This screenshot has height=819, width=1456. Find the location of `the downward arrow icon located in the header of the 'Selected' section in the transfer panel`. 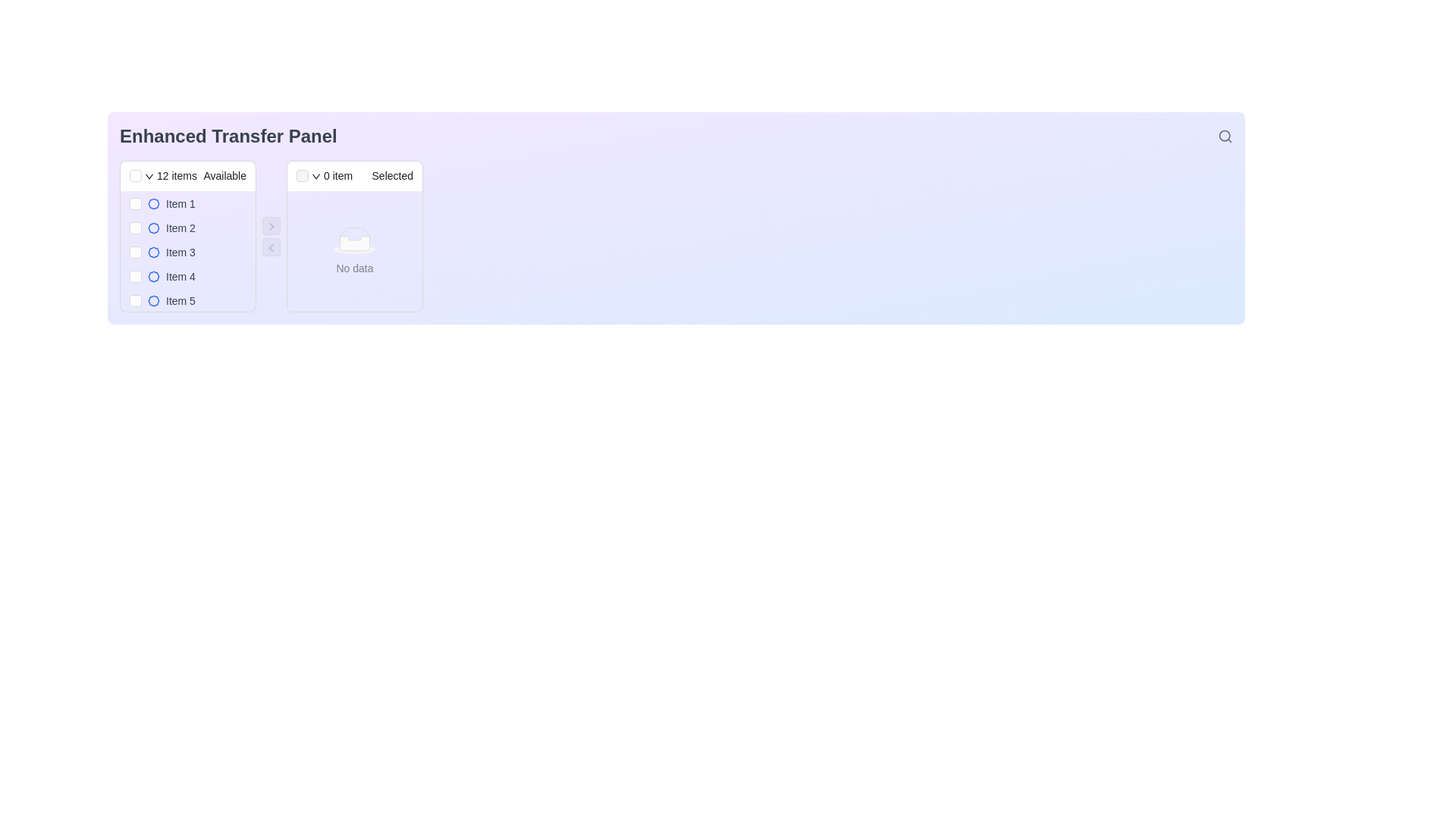

the downward arrow icon located in the header of the 'Selected' section in the transfer panel is located at coordinates (315, 175).